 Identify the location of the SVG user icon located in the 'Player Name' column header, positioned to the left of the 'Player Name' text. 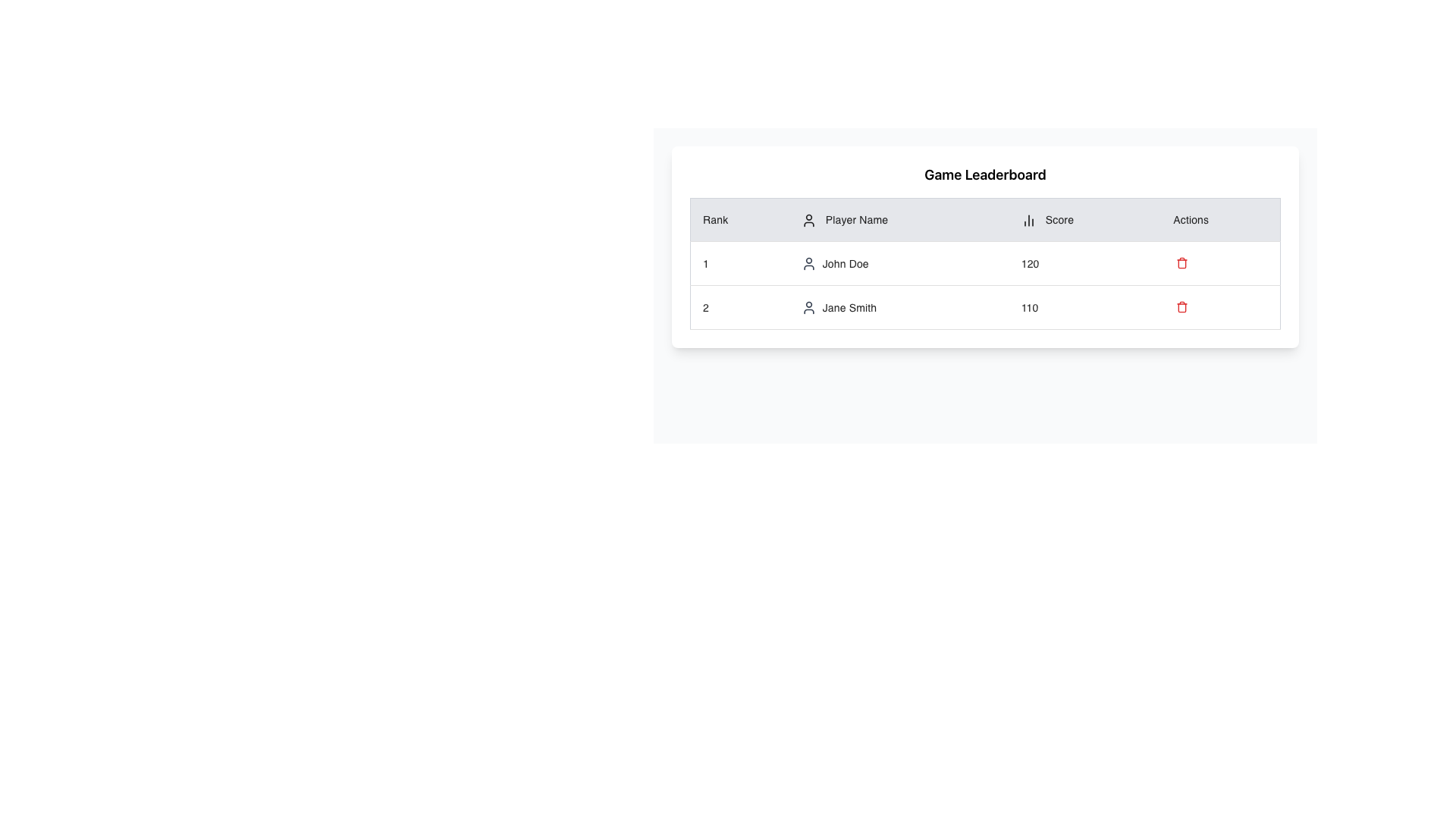
(808, 221).